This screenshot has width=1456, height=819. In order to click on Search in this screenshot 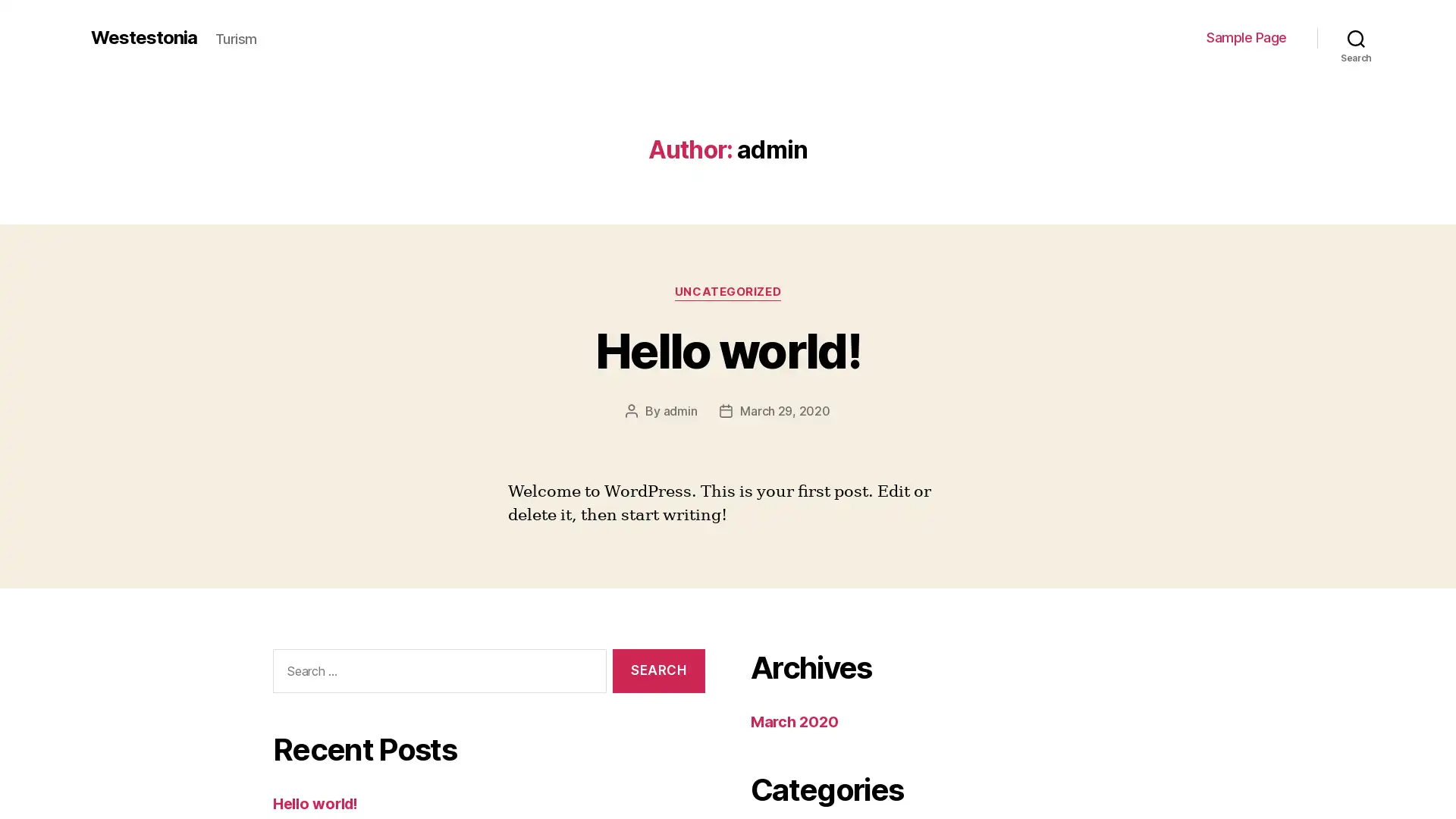, I will do `click(658, 670)`.